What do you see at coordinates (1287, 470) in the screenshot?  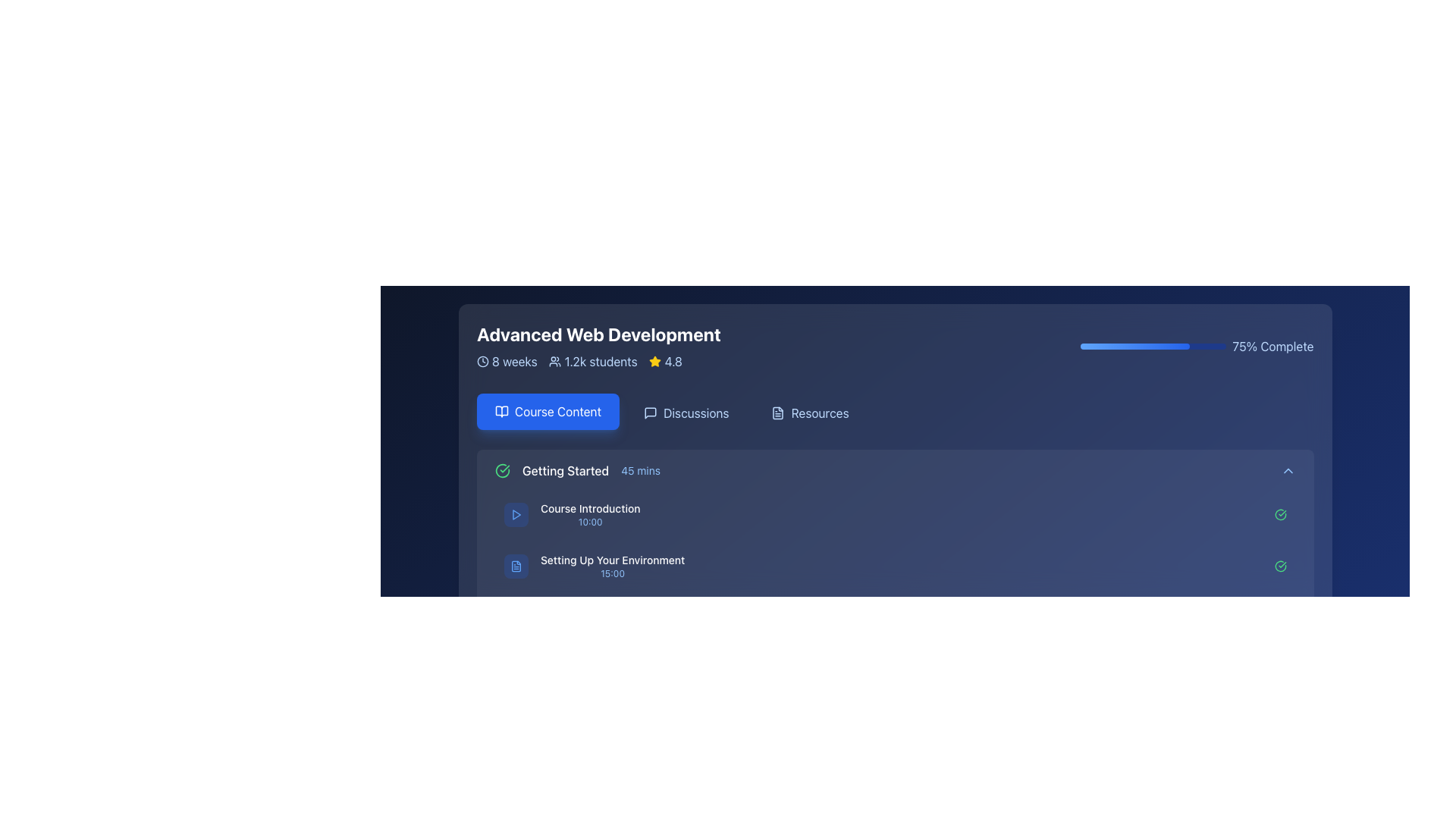 I see `the downward-pointing blue chevron icon` at bounding box center [1287, 470].